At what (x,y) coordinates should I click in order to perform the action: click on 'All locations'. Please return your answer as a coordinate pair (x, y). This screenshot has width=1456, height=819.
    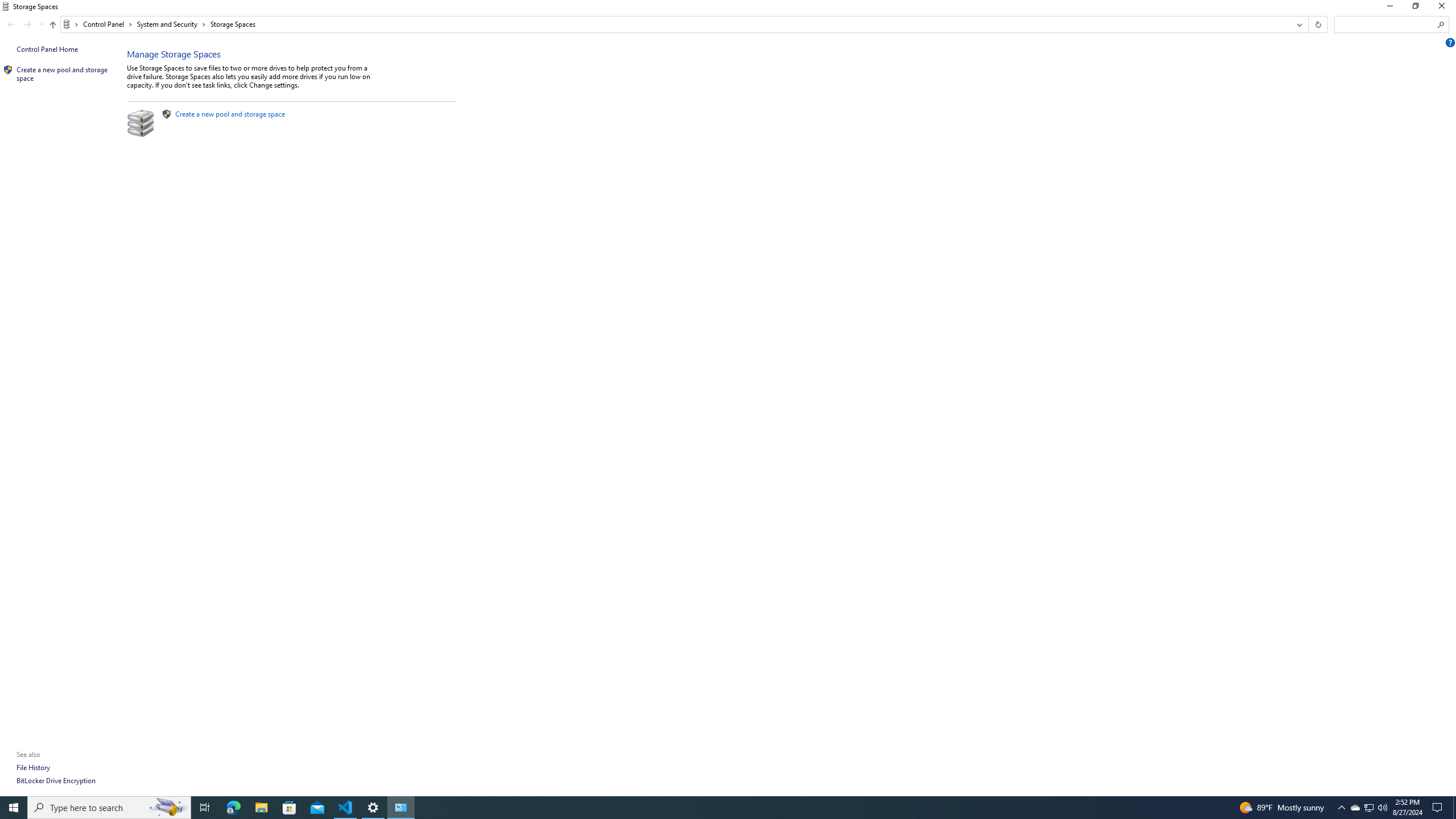
    Looking at the image, I should click on (70, 24).